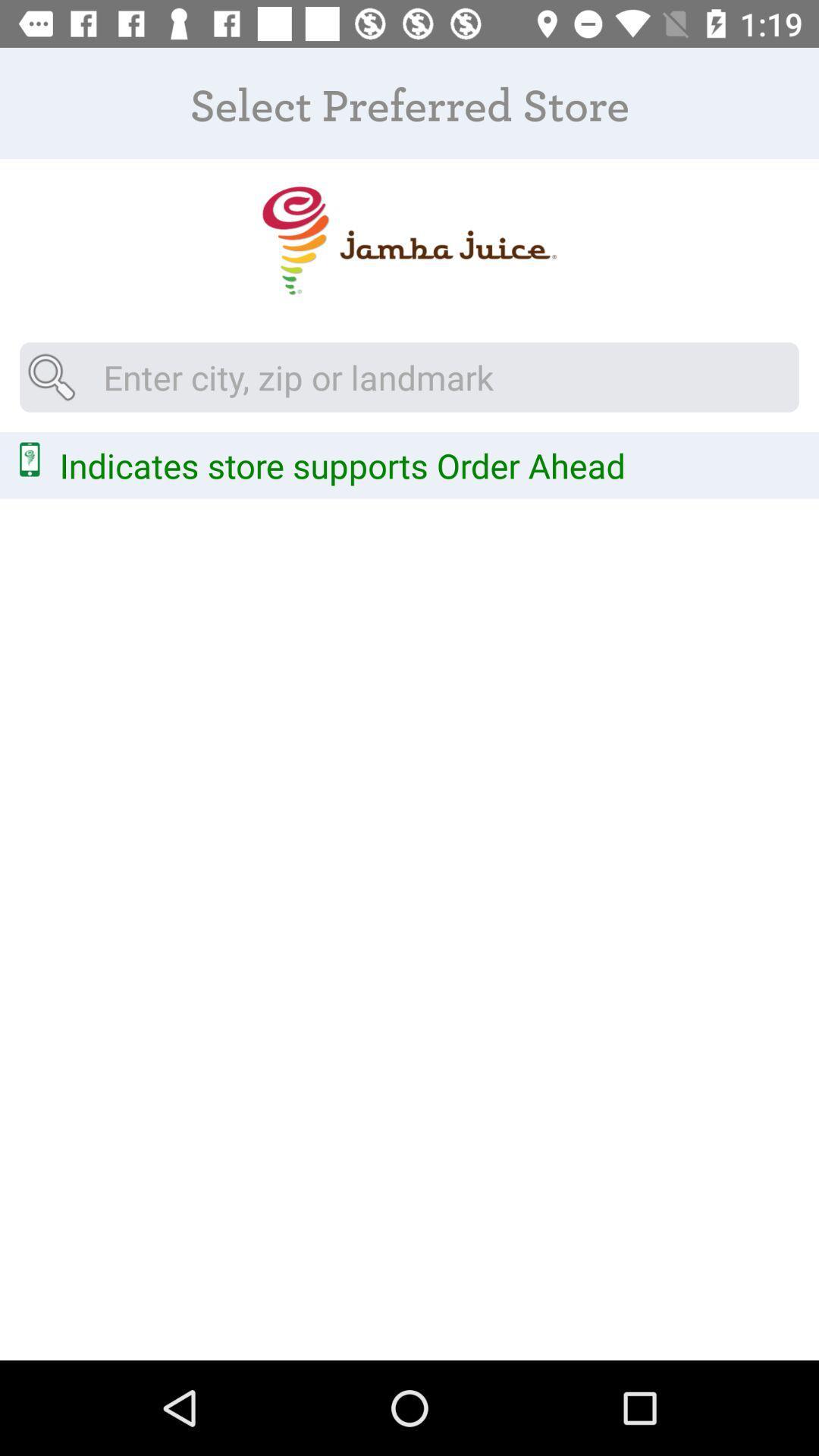  What do you see at coordinates (408, 240) in the screenshot?
I see `open store page` at bounding box center [408, 240].